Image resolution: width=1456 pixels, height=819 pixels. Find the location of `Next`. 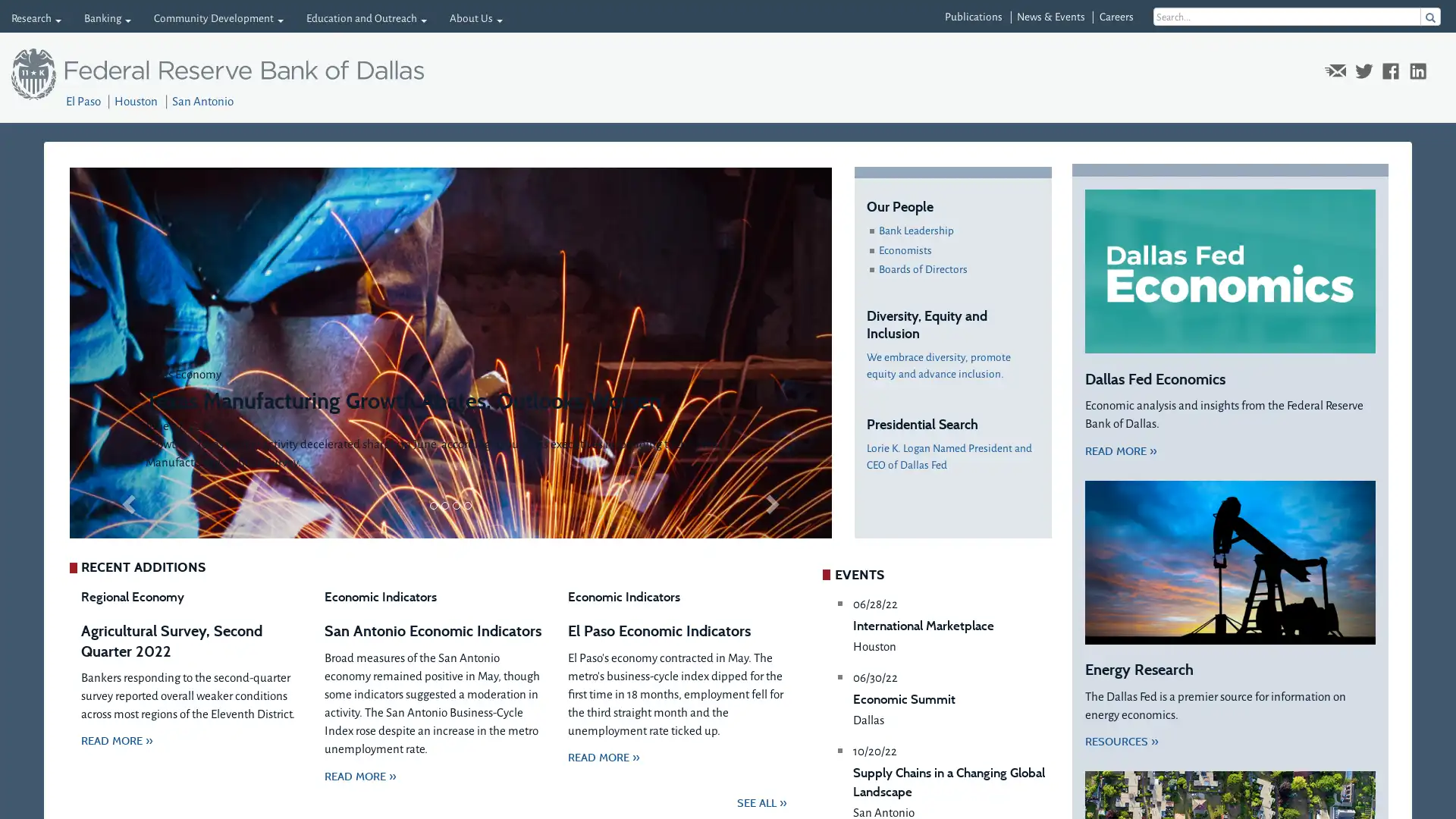

Next is located at coordinates (774, 353).